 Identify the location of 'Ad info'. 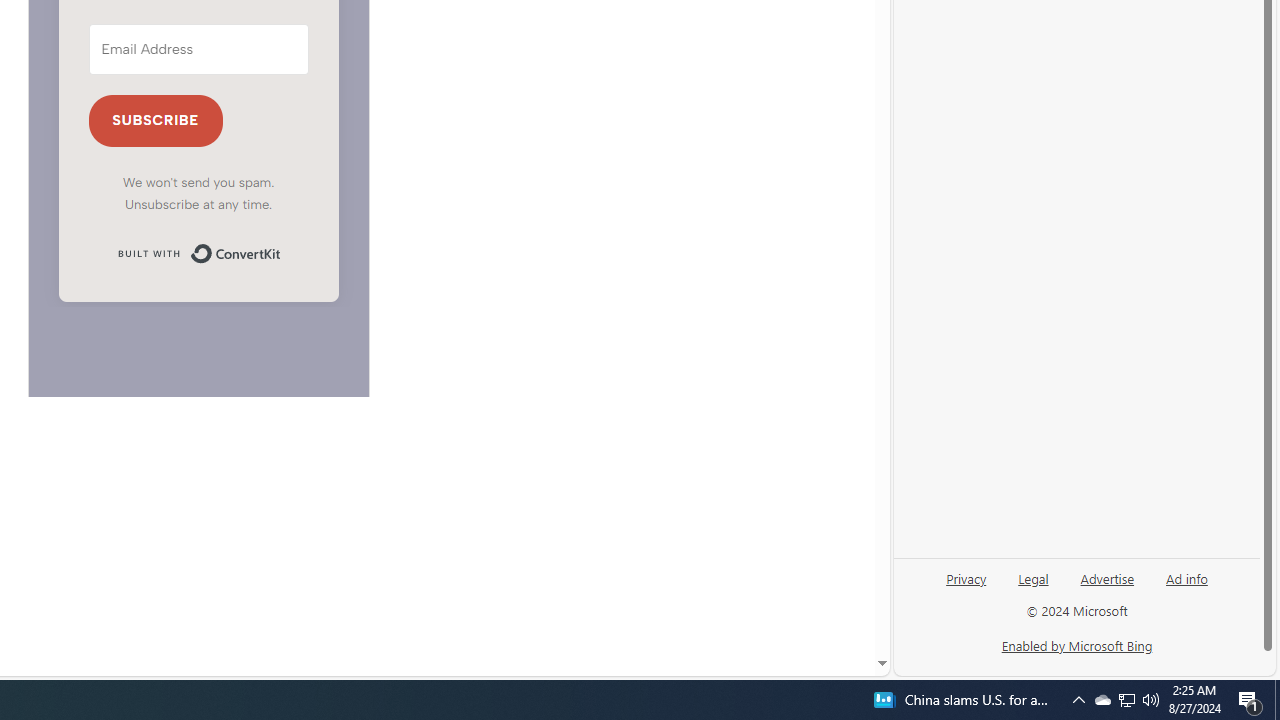
(1187, 577).